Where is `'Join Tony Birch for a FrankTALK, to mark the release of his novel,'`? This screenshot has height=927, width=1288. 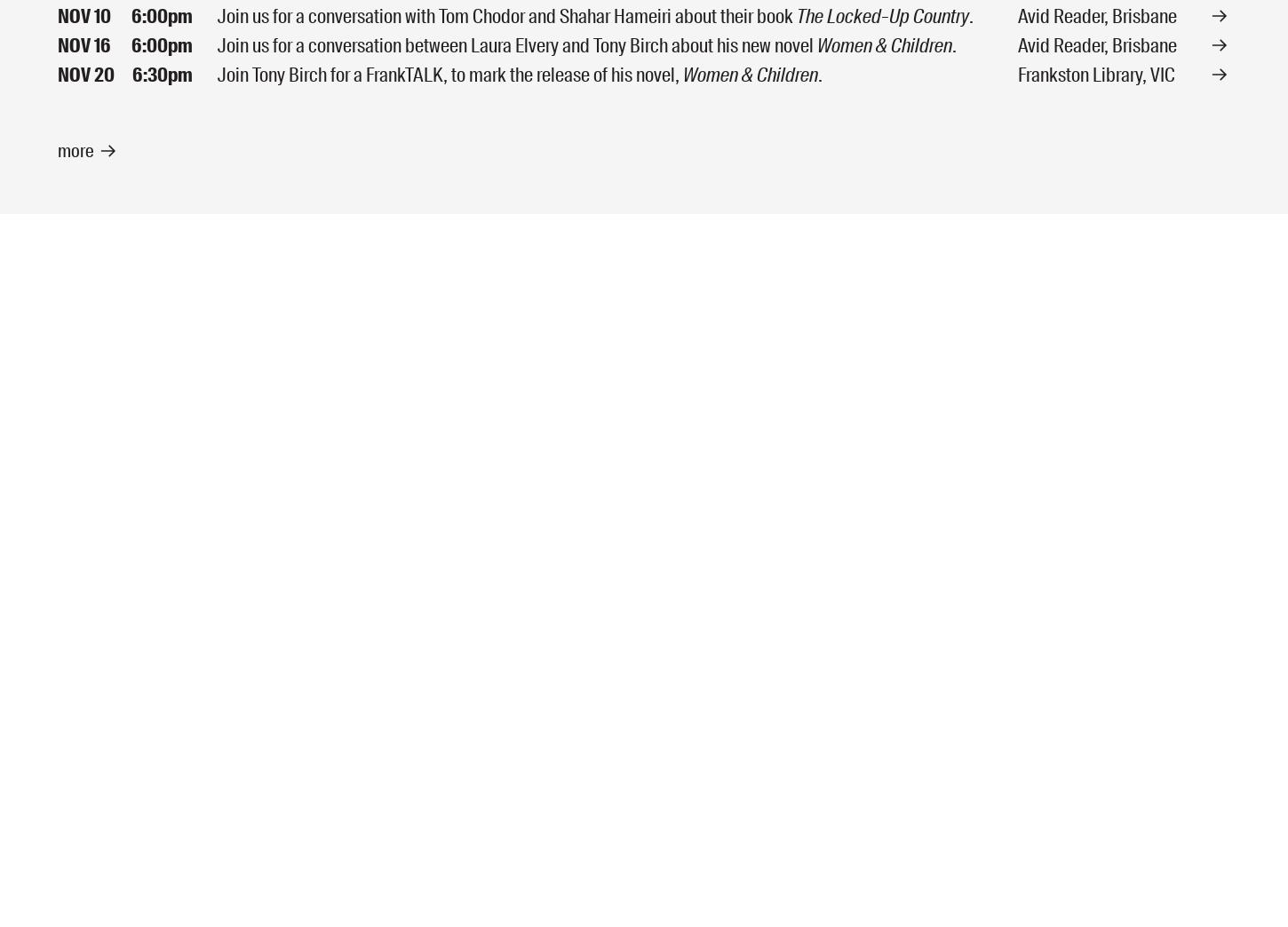
'Join Tony Birch for a FrankTALK, to mark the release of his novel,' is located at coordinates (450, 74).